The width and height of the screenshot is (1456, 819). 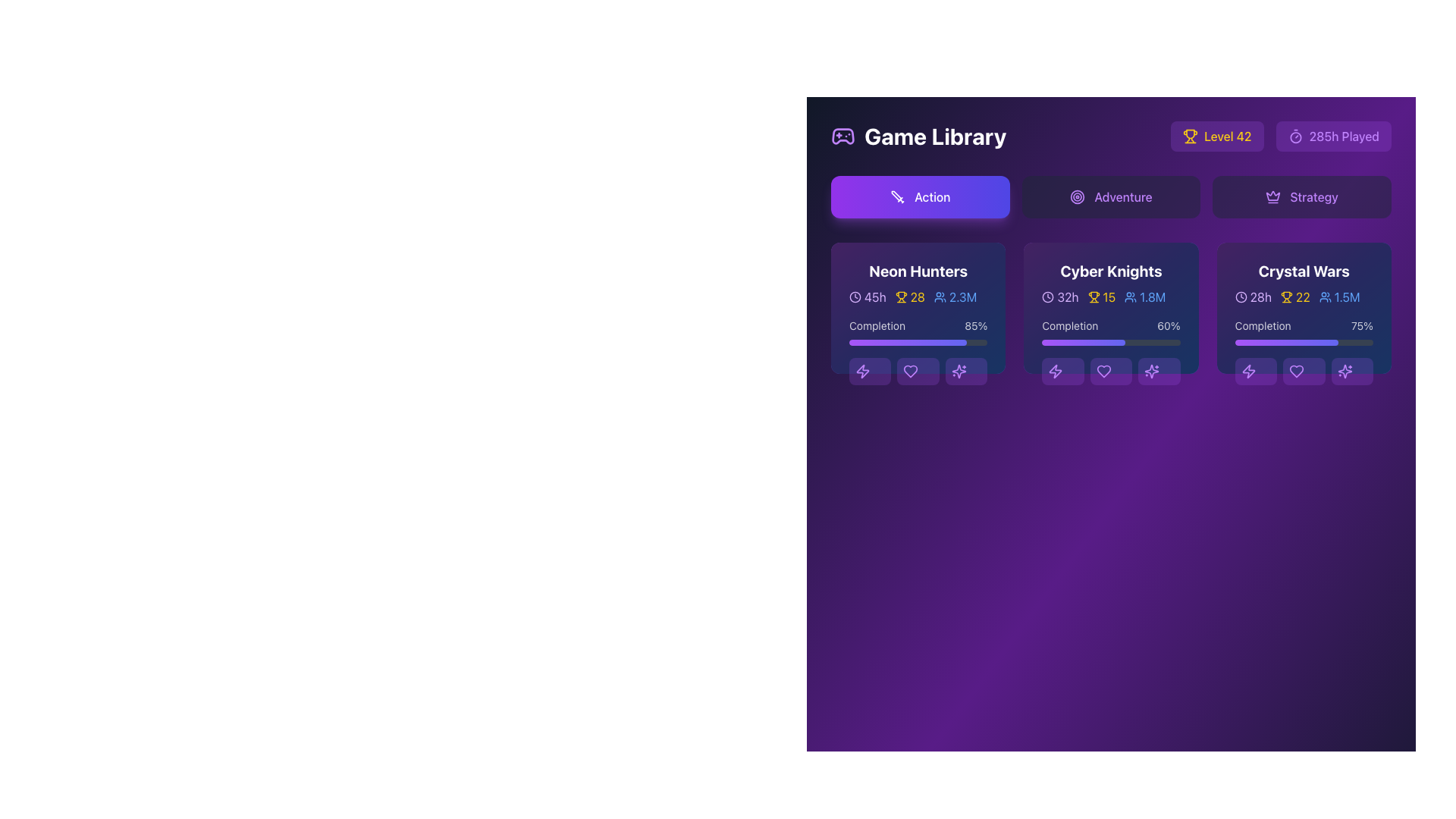 What do you see at coordinates (1190, 133) in the screenshot?
I see `the yellowish trophy icon indicating 'Level 42' located at the top-right corner of the user interface` at bounding box center [1190, 133].